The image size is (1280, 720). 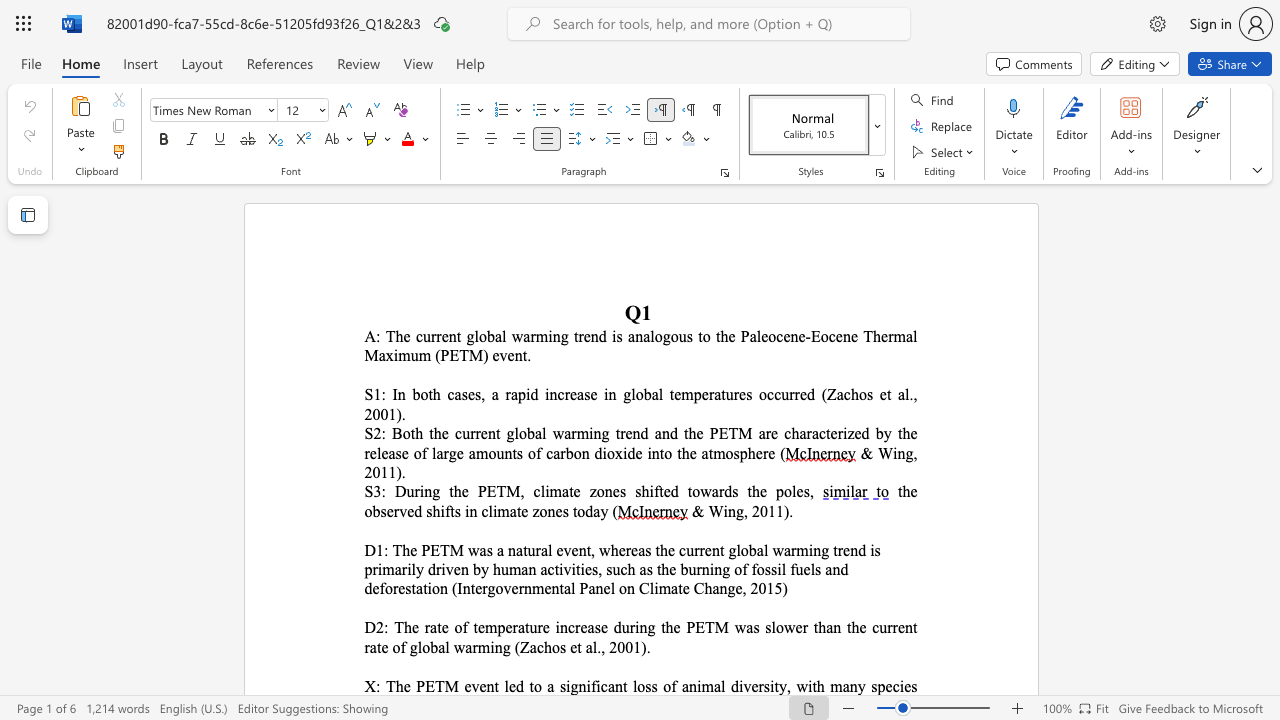 I want to click on the 1th character "E" in the text, so click(x=434, y=550).